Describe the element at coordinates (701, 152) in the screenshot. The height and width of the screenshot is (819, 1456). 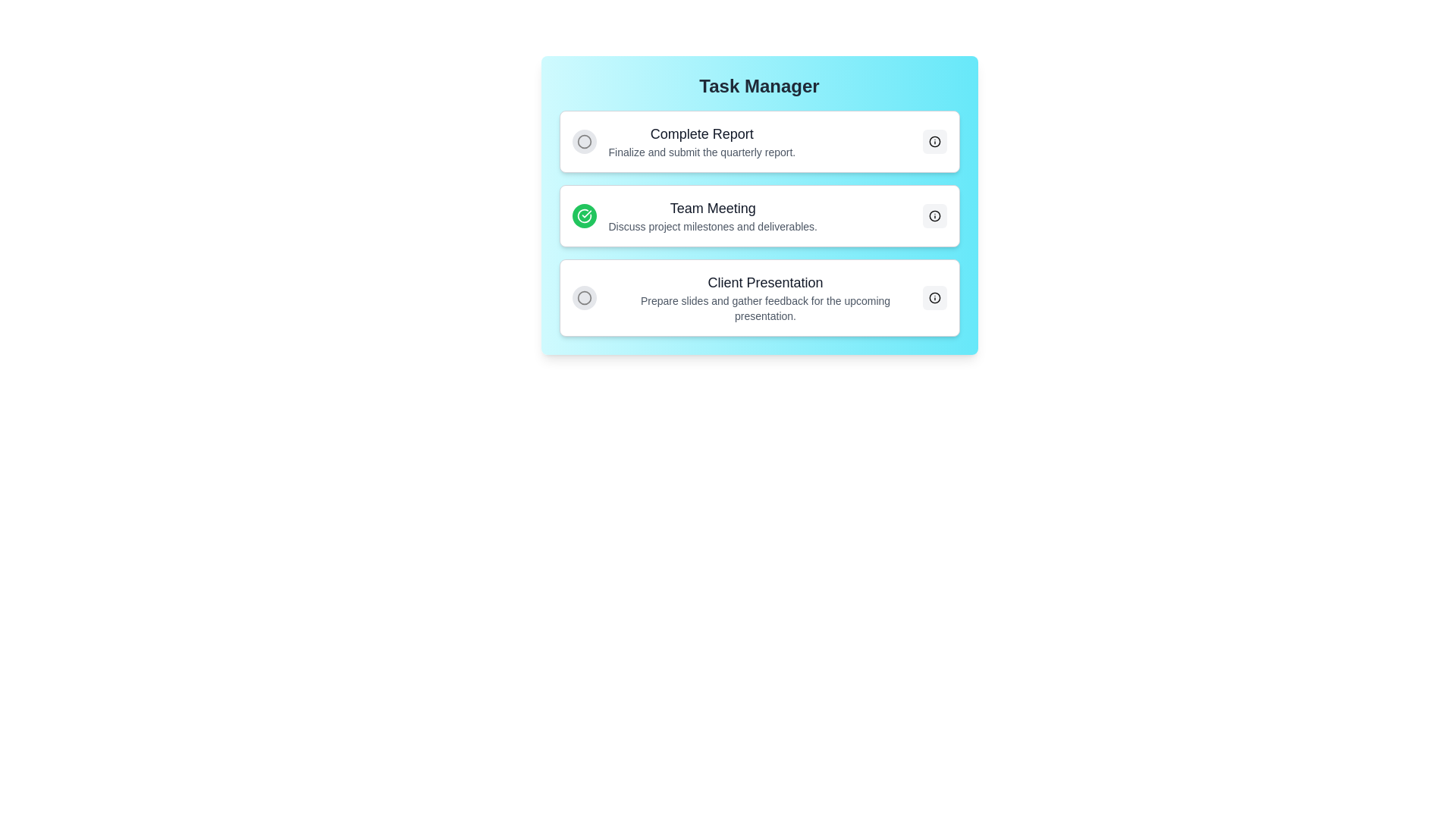
I see `the text label reading 'Finalize and submit the quarterly report.' which is styled in gray and located below the title 'Complete Report' in the task card` at that location.